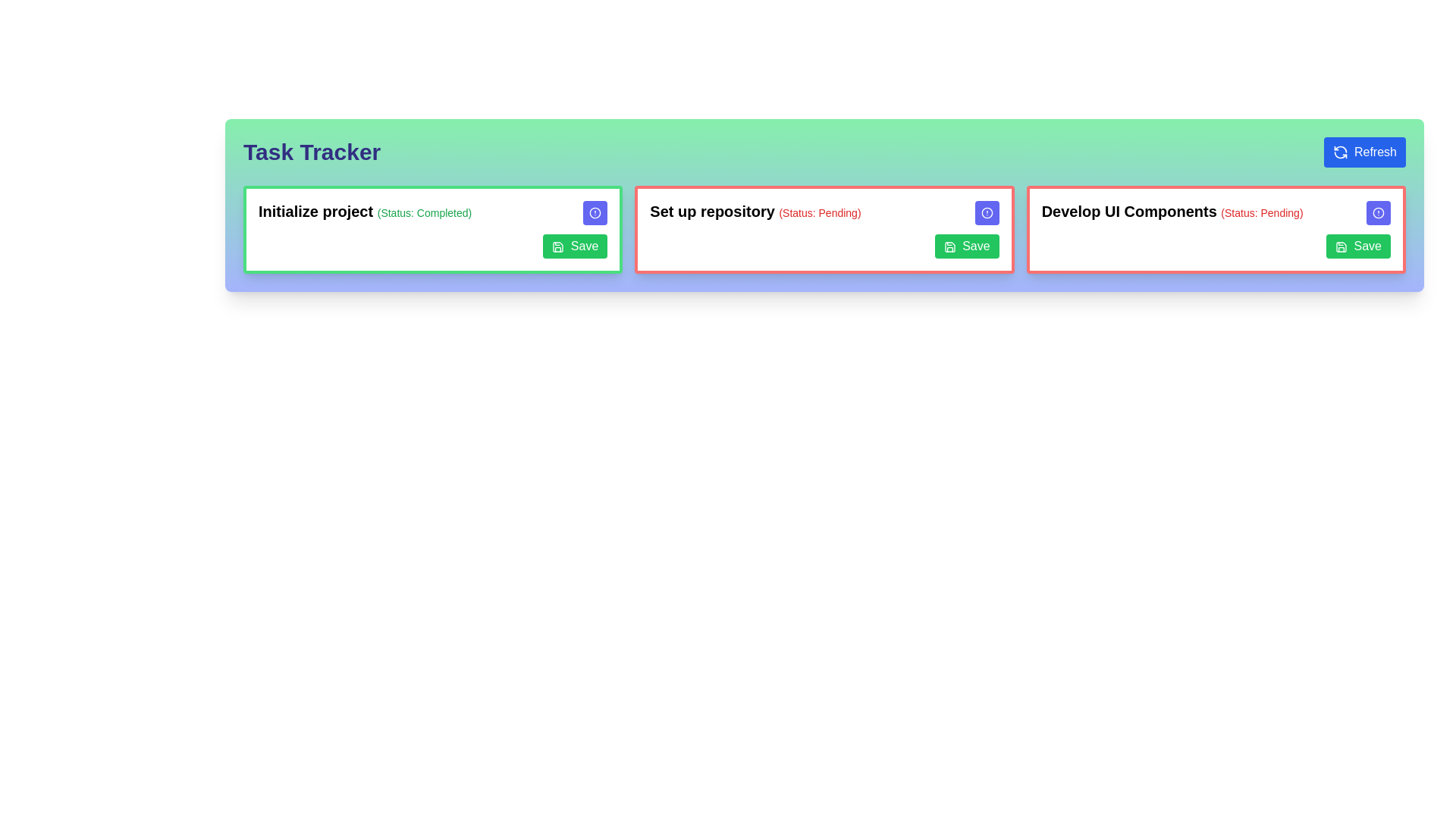  I want to click on the 'Save' button located in the bottom-right corner of the task card labeled 'Develop UI Components', which contains the decorative save icon, so click(1341, 246).